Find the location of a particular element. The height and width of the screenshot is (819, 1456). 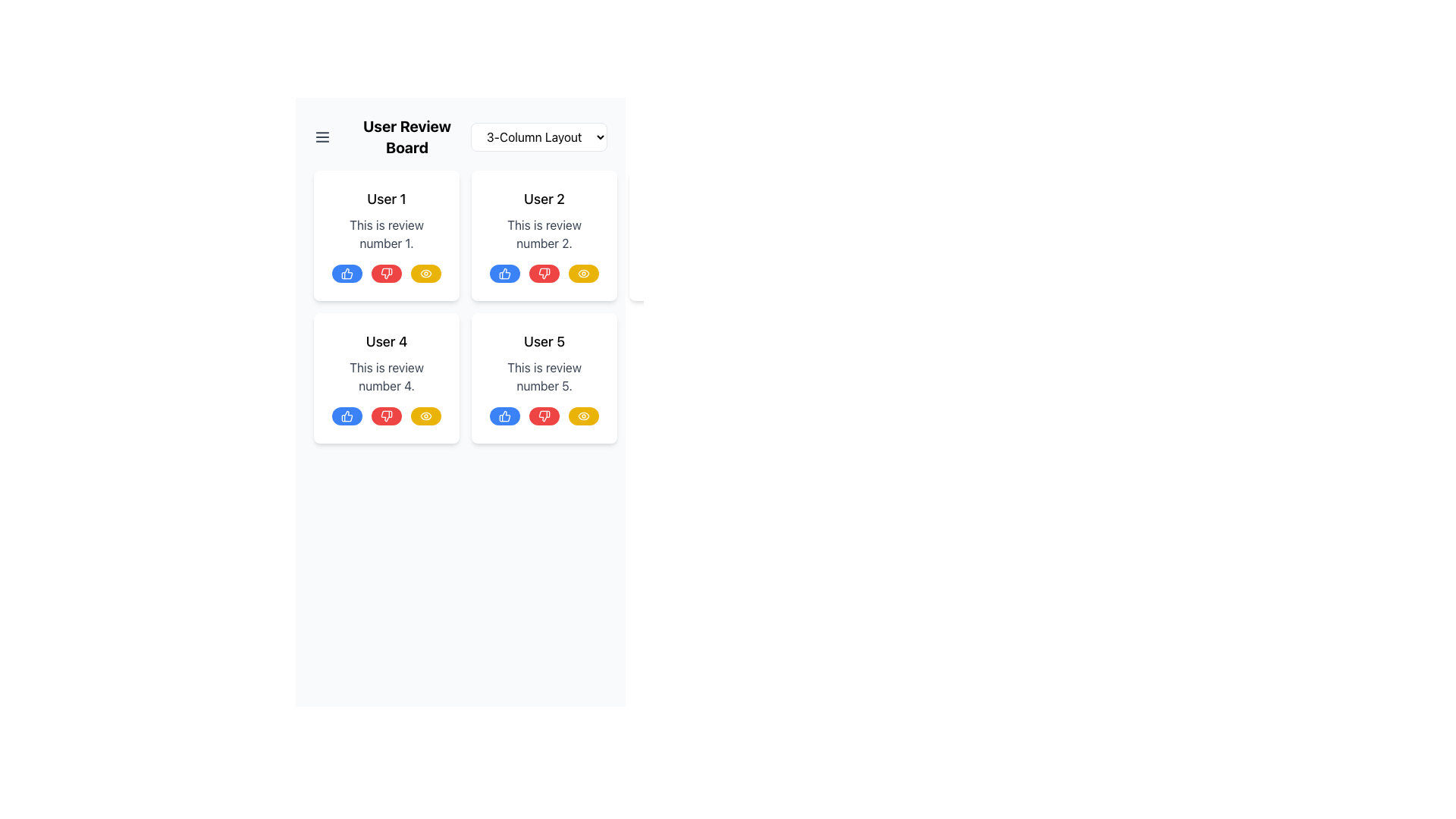

the dislike icon button in the user card titled 'User 2' is located at coordinates (544, 274).